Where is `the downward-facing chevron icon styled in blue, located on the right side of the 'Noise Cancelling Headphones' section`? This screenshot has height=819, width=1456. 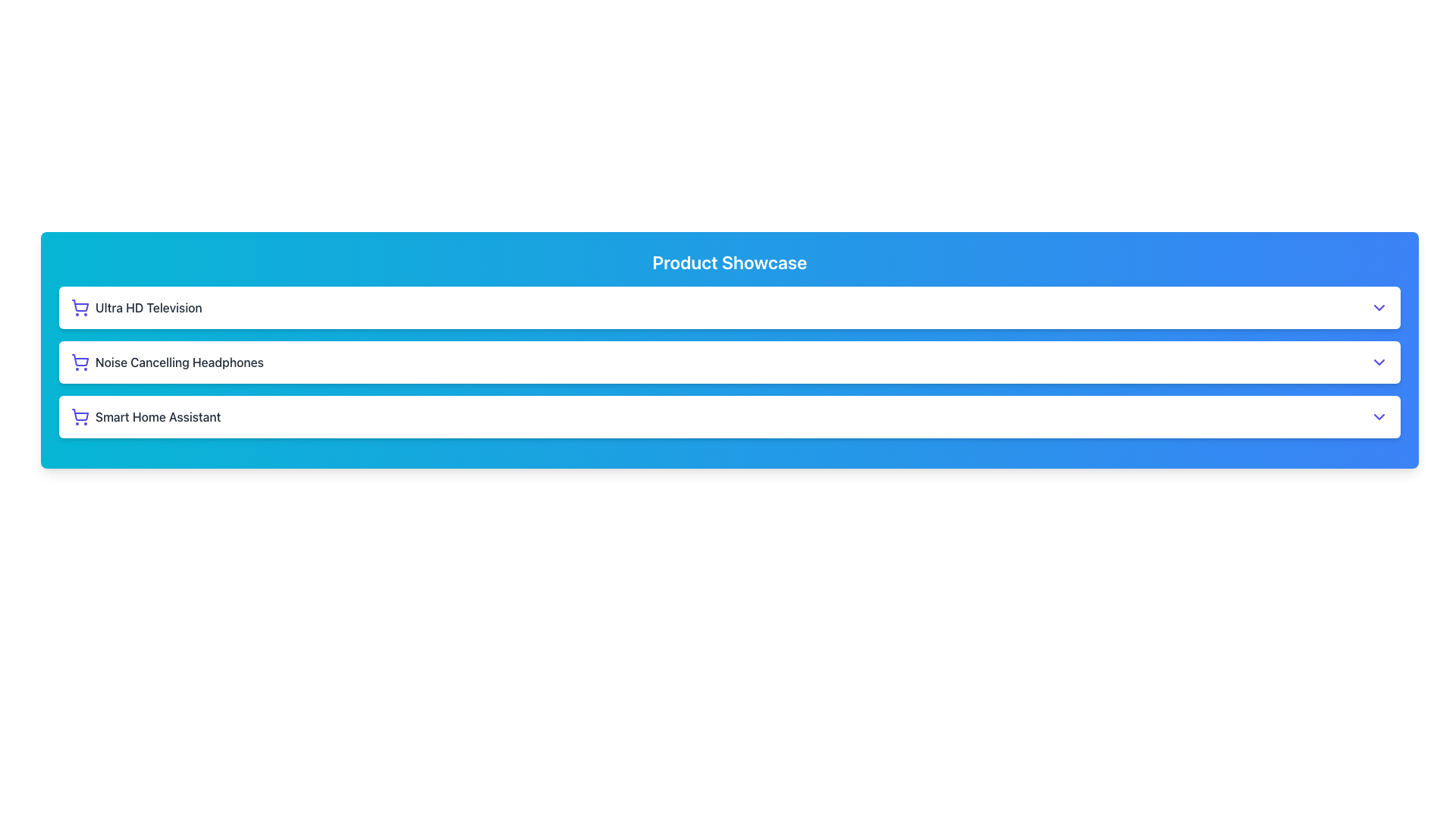
the downward-facing chevron icon styled in blue, located on the right side of the 'Noise Cancelling Headphones' section is located at coordinates (1379, 362).